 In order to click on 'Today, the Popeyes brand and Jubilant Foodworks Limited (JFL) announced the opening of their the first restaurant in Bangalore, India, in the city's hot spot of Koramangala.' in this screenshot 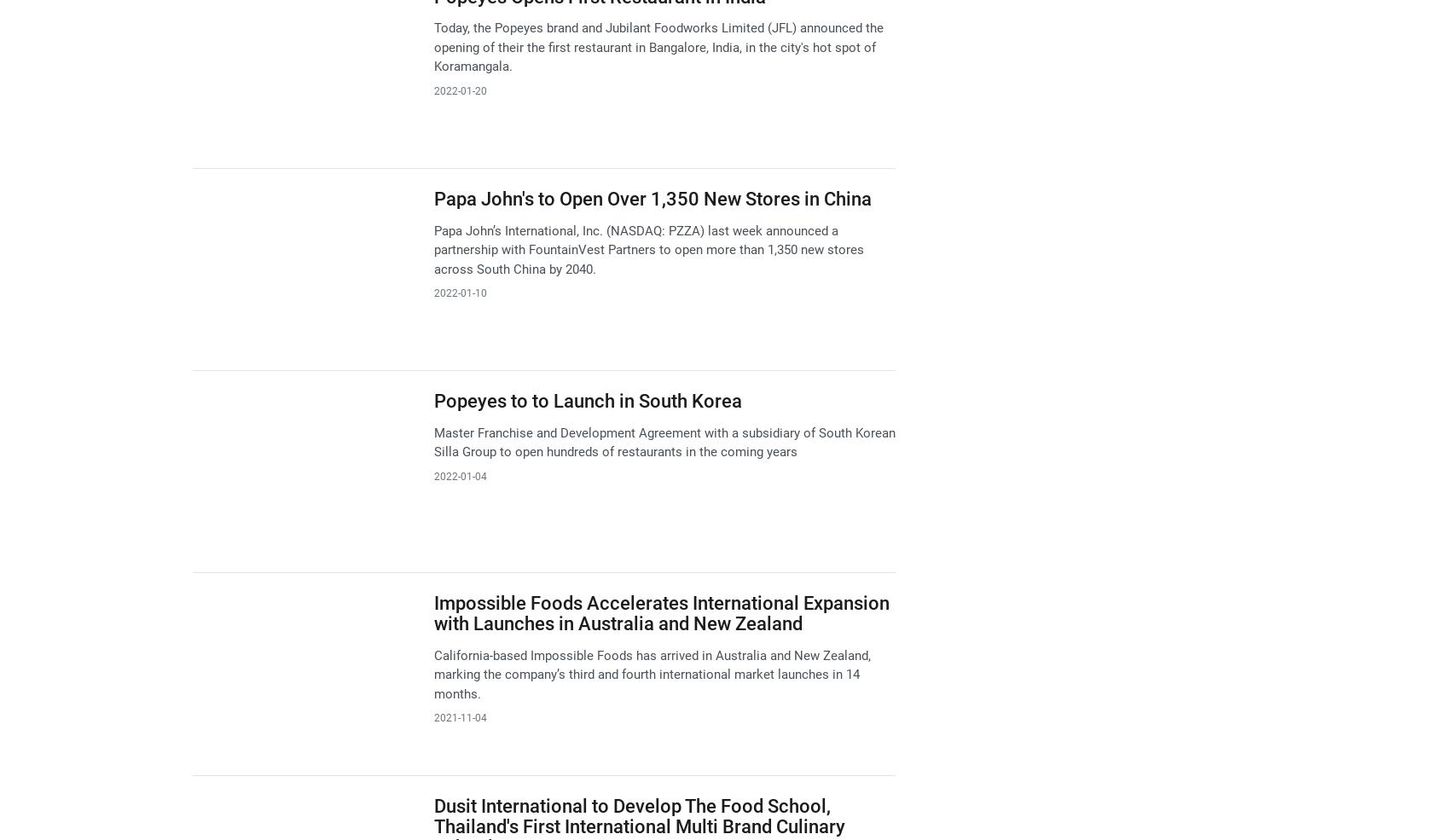, I will do `click(657, 46)`.